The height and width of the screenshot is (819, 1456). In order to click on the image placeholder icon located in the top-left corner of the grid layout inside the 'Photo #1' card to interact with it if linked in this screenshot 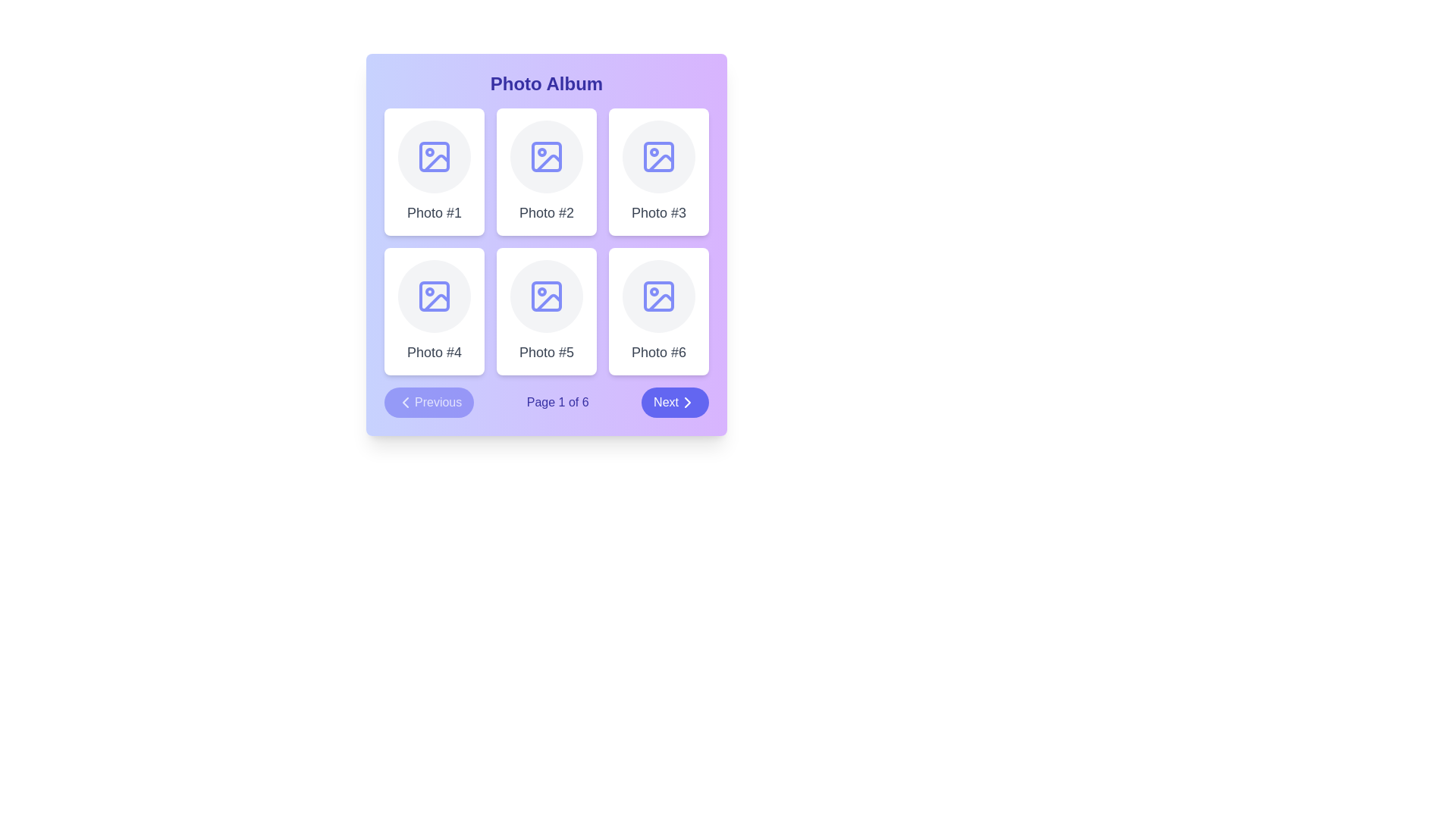, I will do `click(433, 157)`.